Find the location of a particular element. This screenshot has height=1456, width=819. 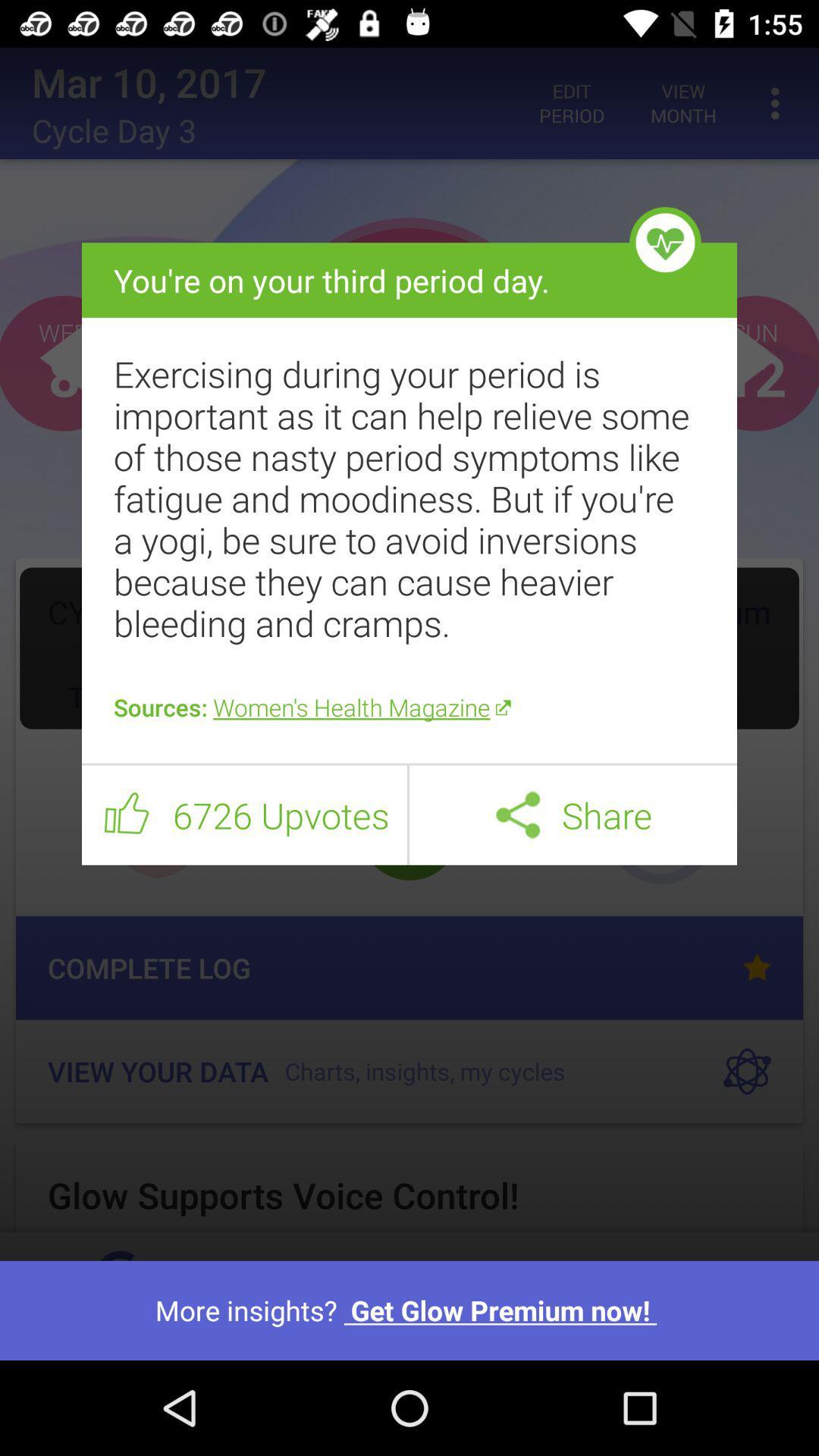

the exercising during your is located at coordinates (409, 498).